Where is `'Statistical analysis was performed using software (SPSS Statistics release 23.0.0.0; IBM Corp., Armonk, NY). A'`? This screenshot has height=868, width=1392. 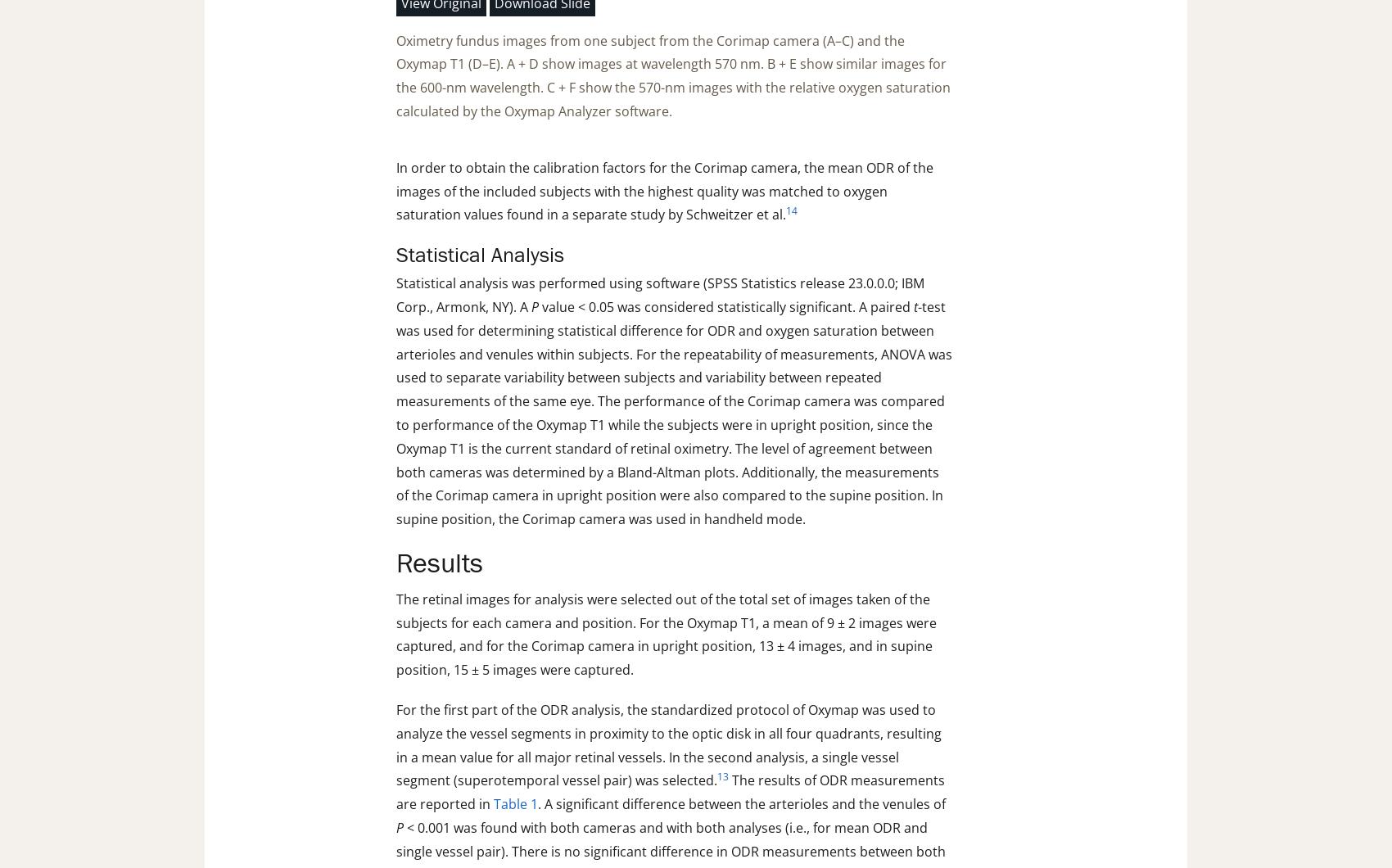 'Statistical analysis was performed using software (SPSS Statistics release 23.0.0.0; IBM Corp., Armonk, NY). A' is located at coordinates (659, 295).